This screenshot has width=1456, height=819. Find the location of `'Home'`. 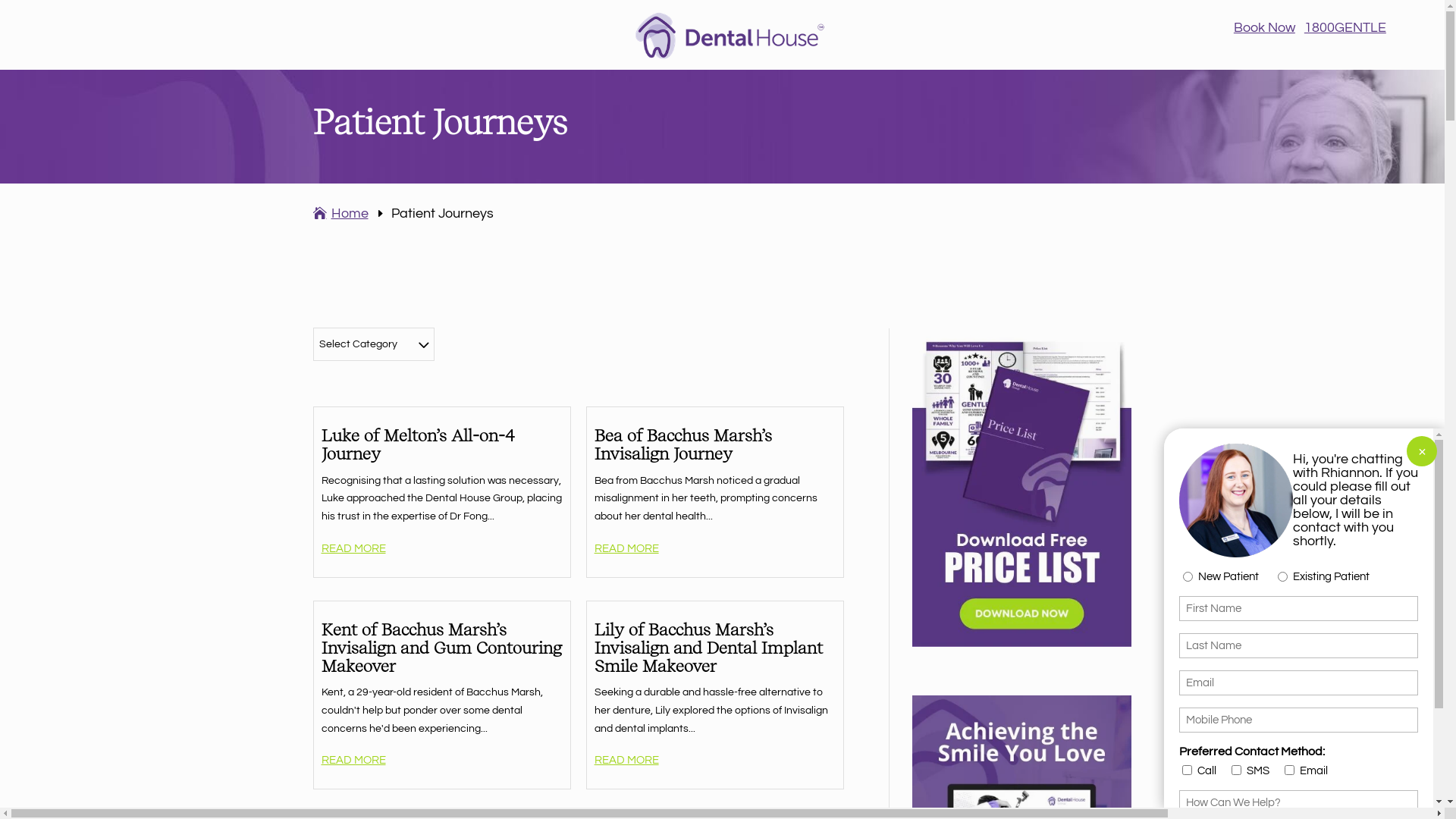

'Home' is located at coordinates (312, 213).